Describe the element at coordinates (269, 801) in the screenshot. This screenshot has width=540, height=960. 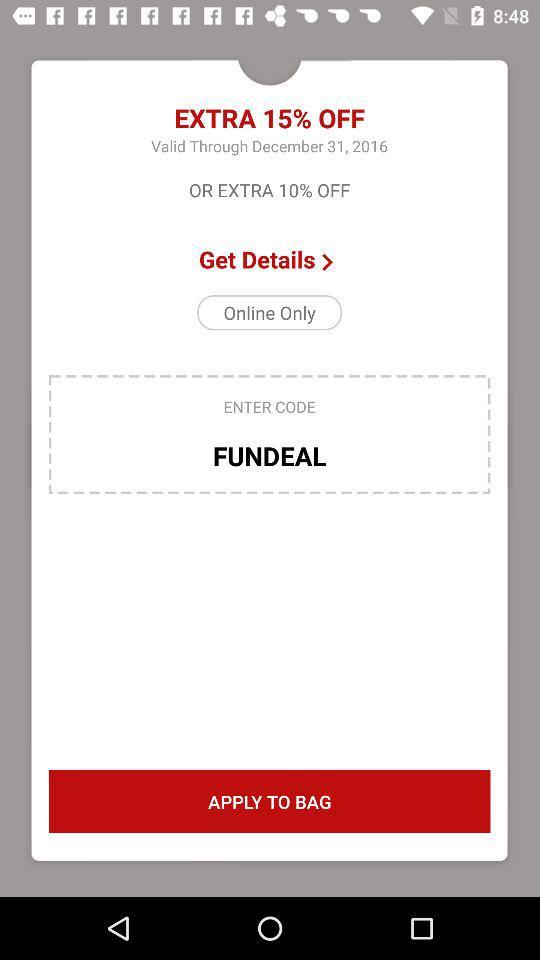
I see `icon below the fundeal item` at that location.